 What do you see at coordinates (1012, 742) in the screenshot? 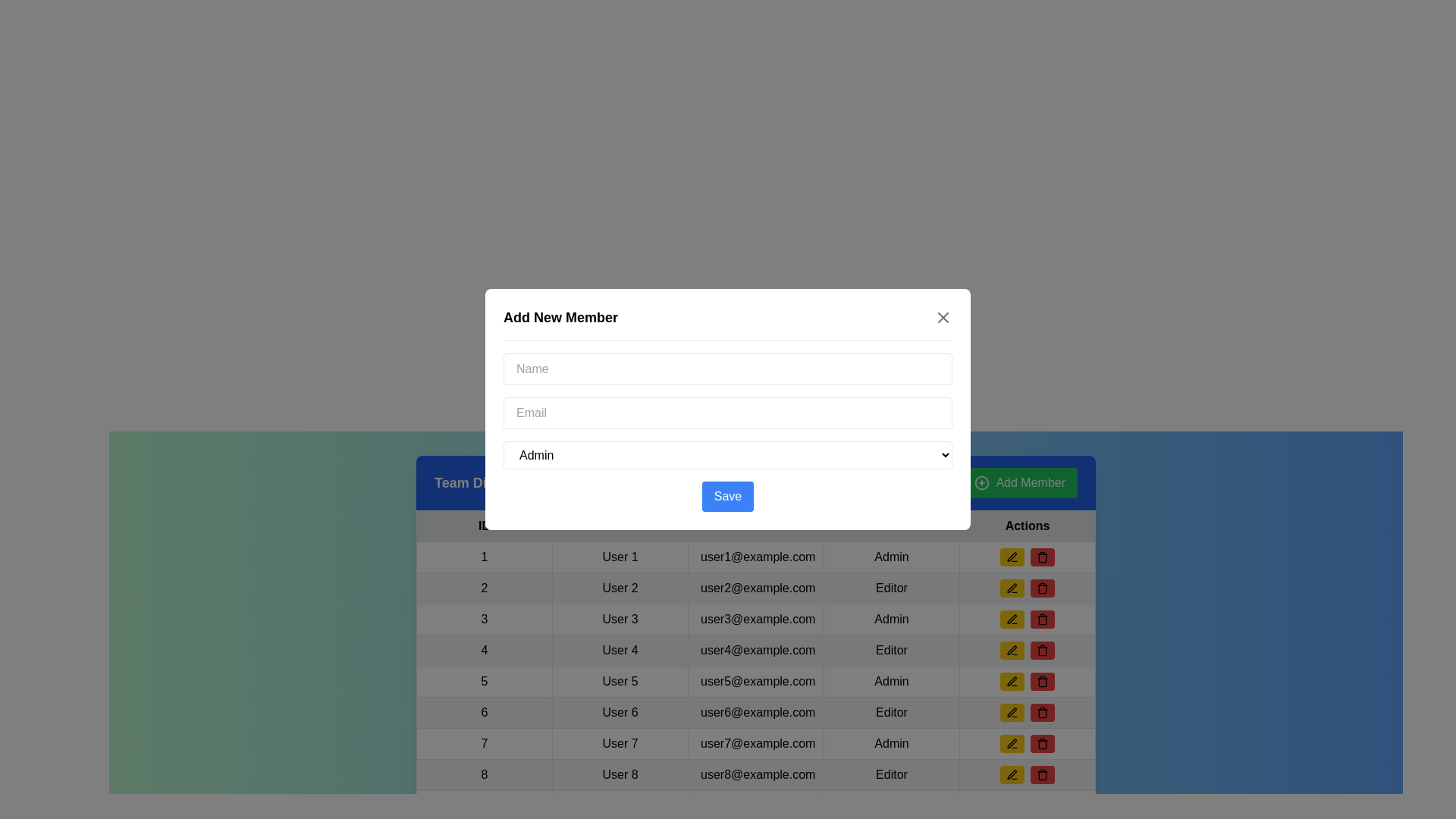
I see `the edit icon embedded in the yellow button located in the Actions column of the eighth row of the data table` at bounding box center [1012, 742].